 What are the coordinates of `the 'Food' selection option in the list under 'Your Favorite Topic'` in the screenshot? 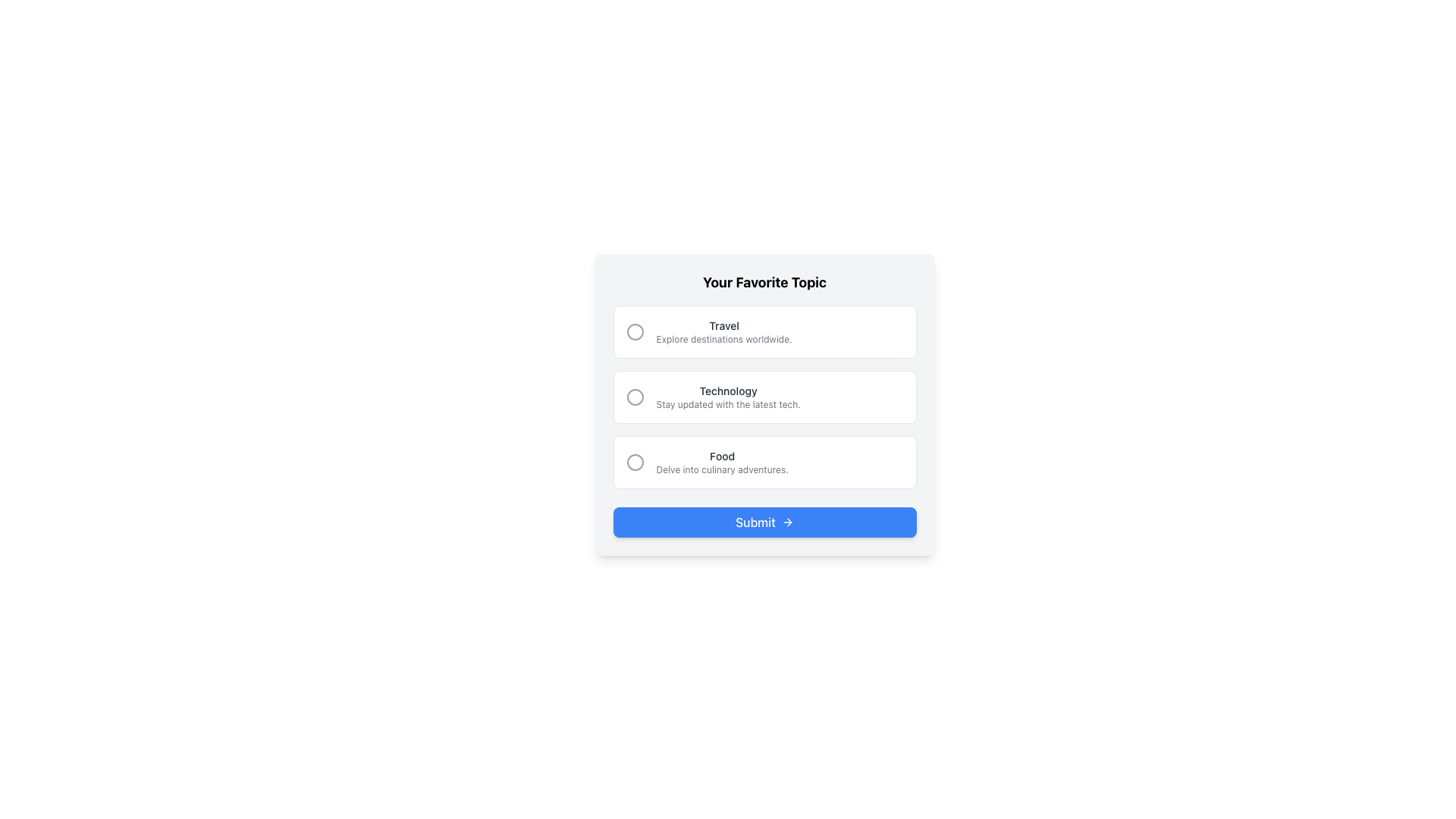 It's located at (764, 461).